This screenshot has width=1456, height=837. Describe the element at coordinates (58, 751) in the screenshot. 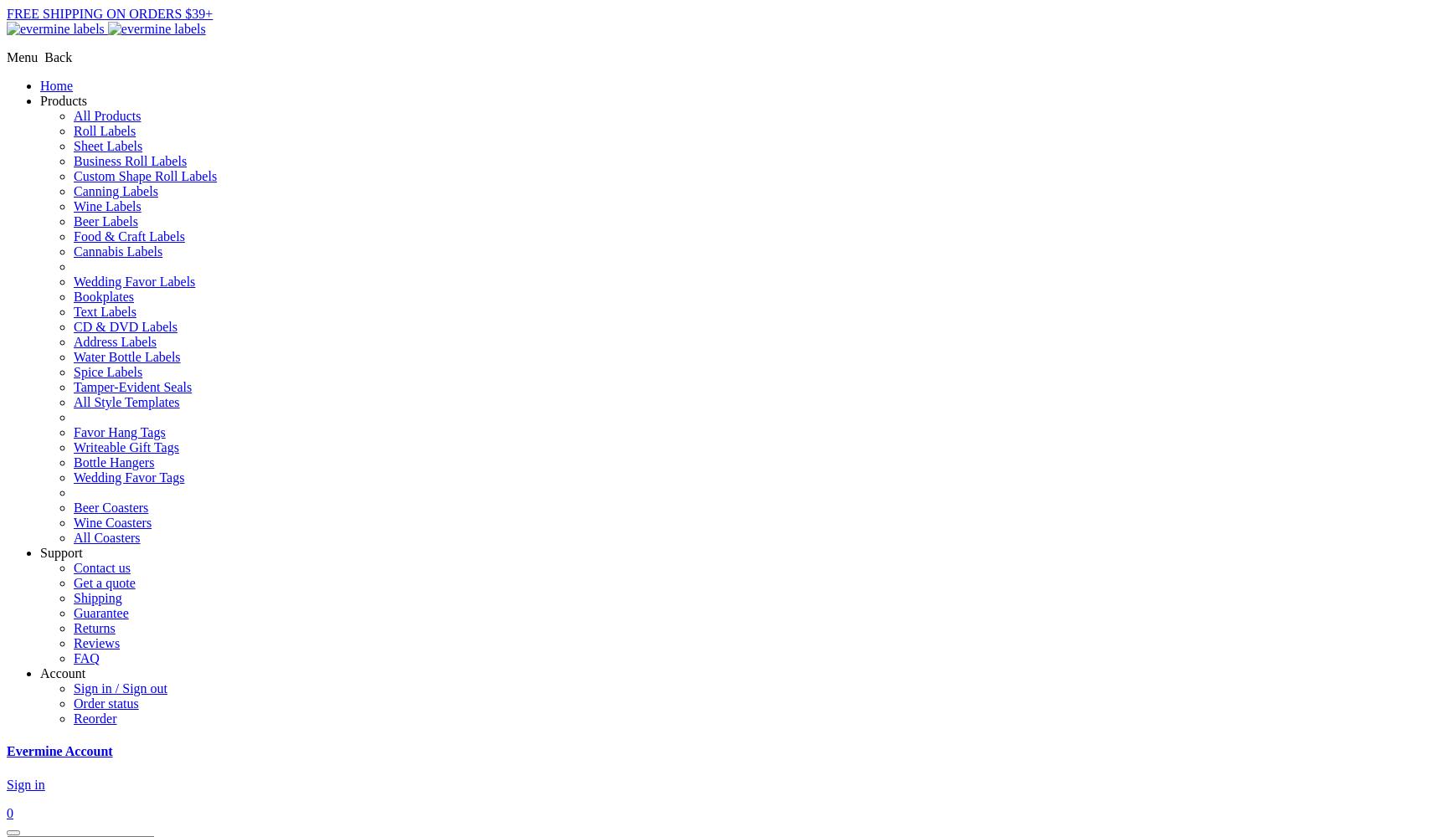

I see `'Evermine Account'` at that location.